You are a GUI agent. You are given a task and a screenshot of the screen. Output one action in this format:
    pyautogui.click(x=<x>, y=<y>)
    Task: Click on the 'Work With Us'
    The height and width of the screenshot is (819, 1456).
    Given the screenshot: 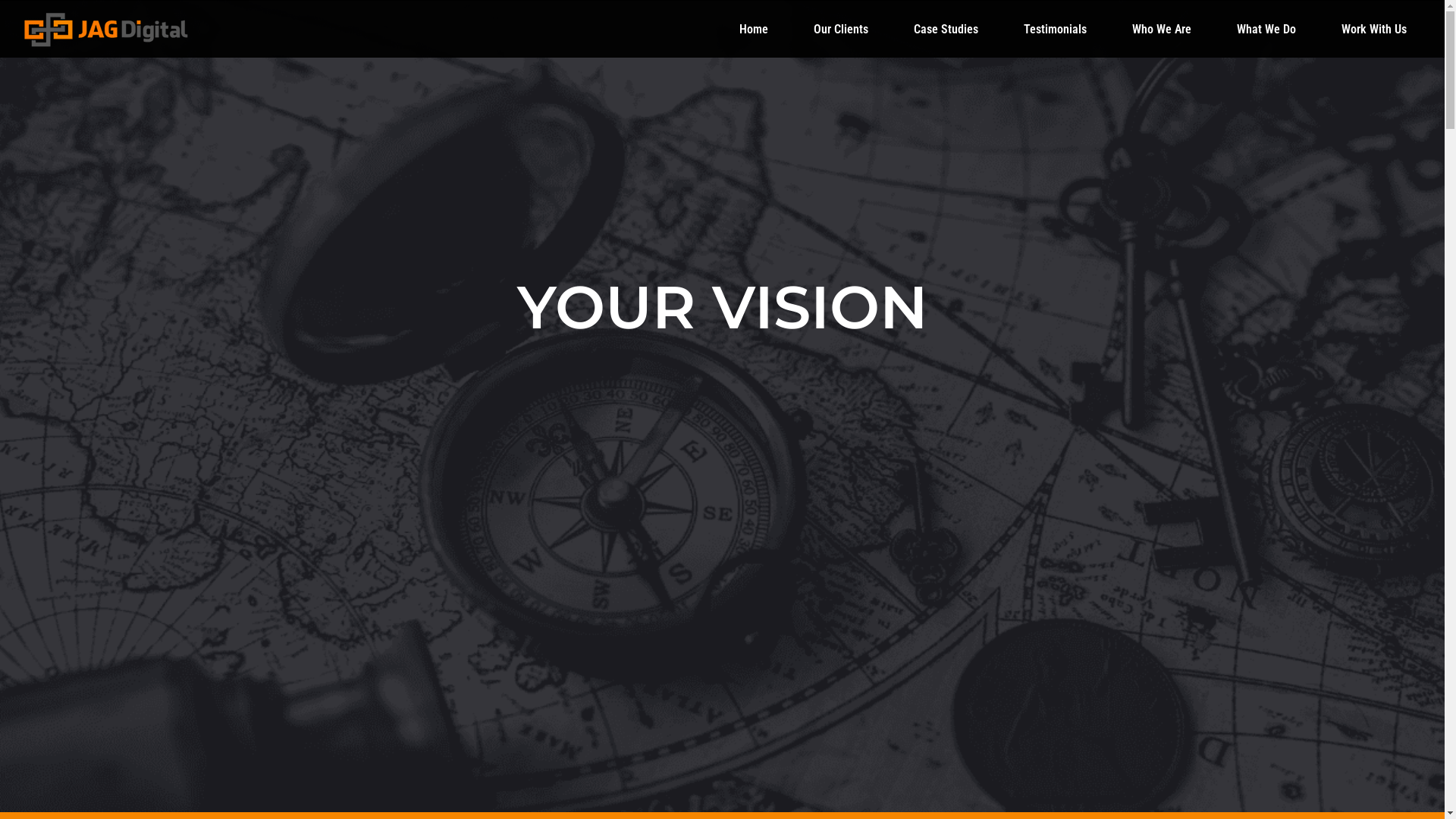 What is the action you would take?
    pyautogui.click(x=1373, y=29)
    